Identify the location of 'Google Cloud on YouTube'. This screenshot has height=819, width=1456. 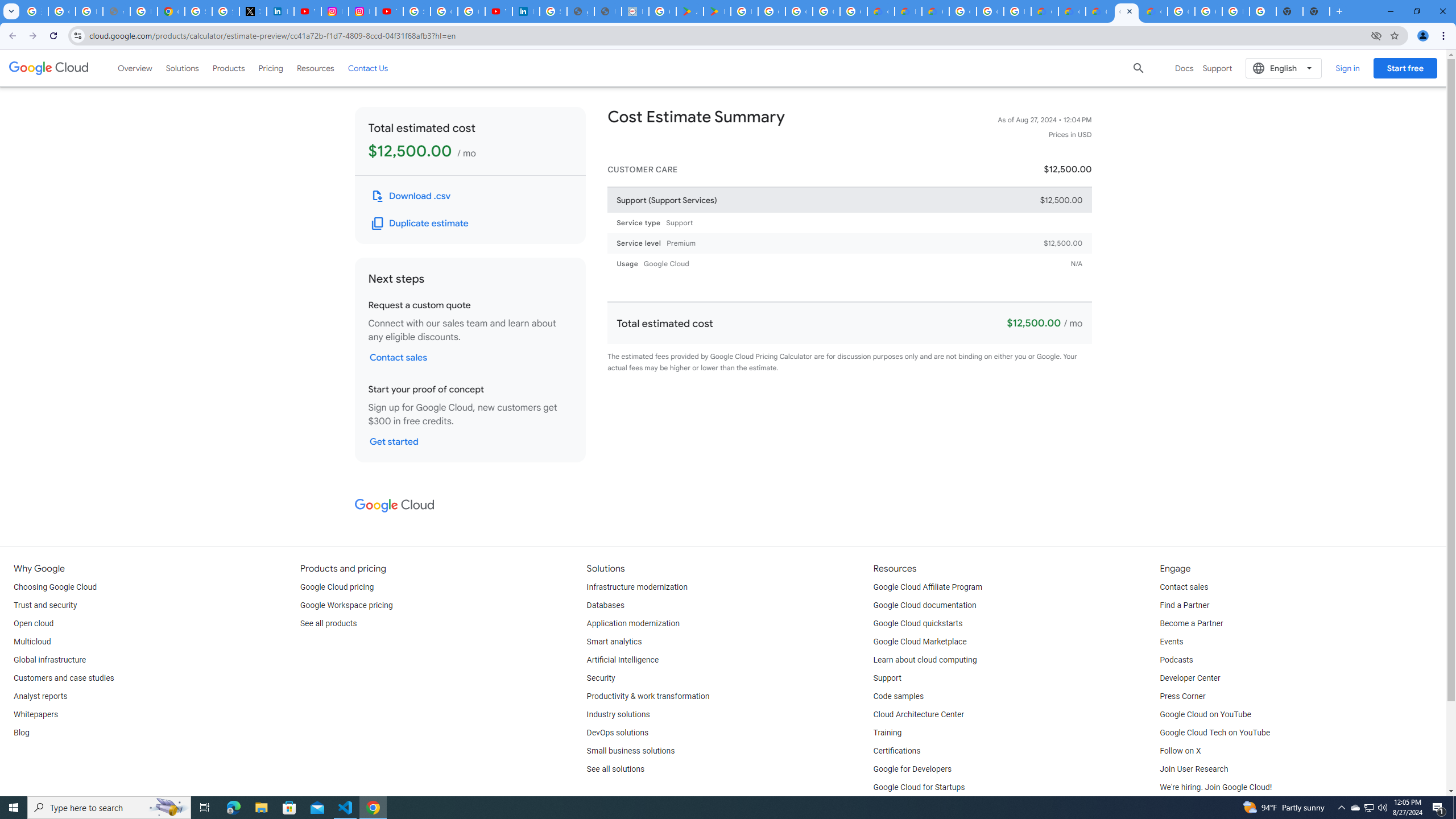
(1204, 714).